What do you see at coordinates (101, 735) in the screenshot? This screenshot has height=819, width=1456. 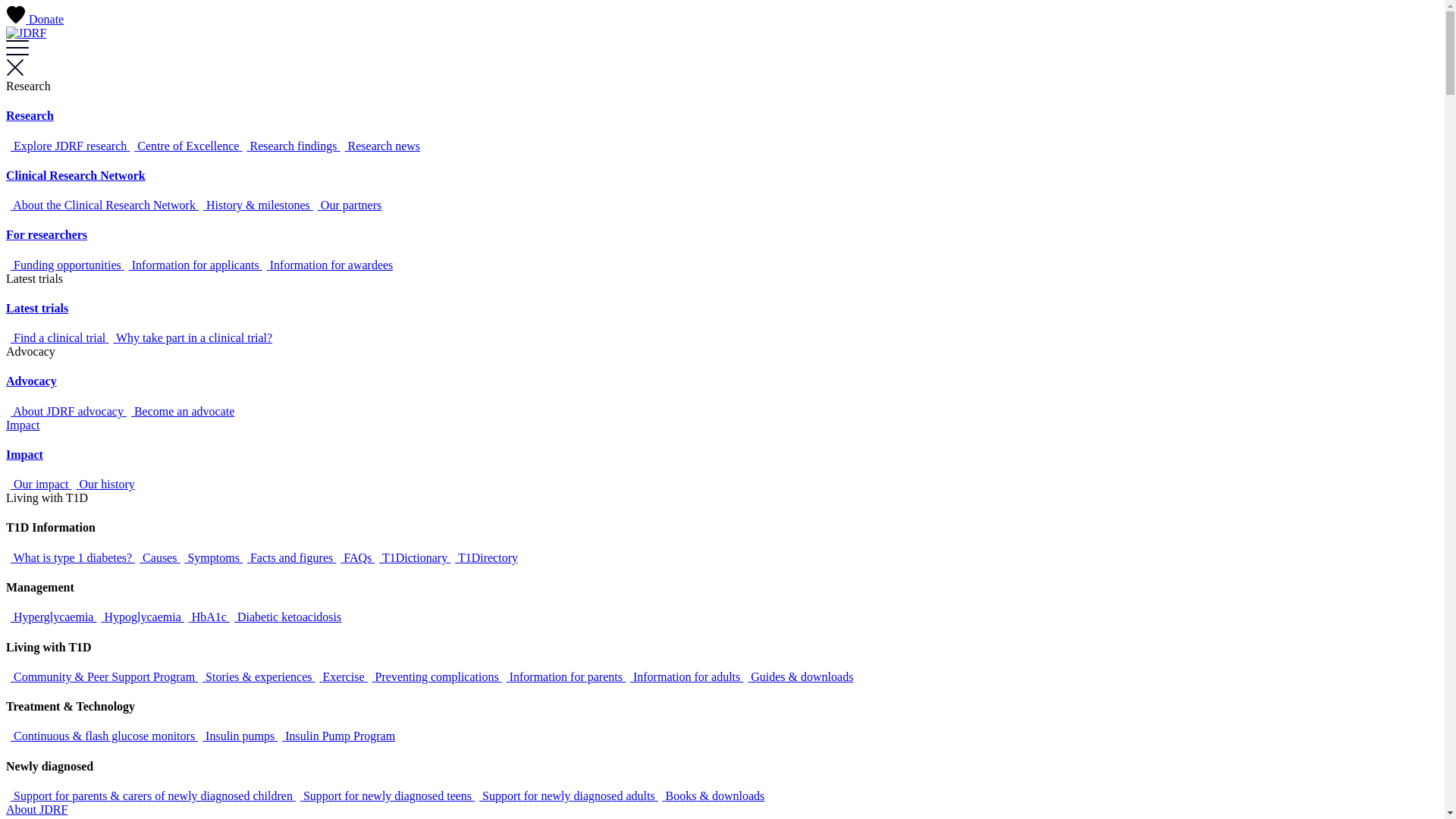 I see `'Continuous & flash glucose monitors'` at bounding box center [101, 735].